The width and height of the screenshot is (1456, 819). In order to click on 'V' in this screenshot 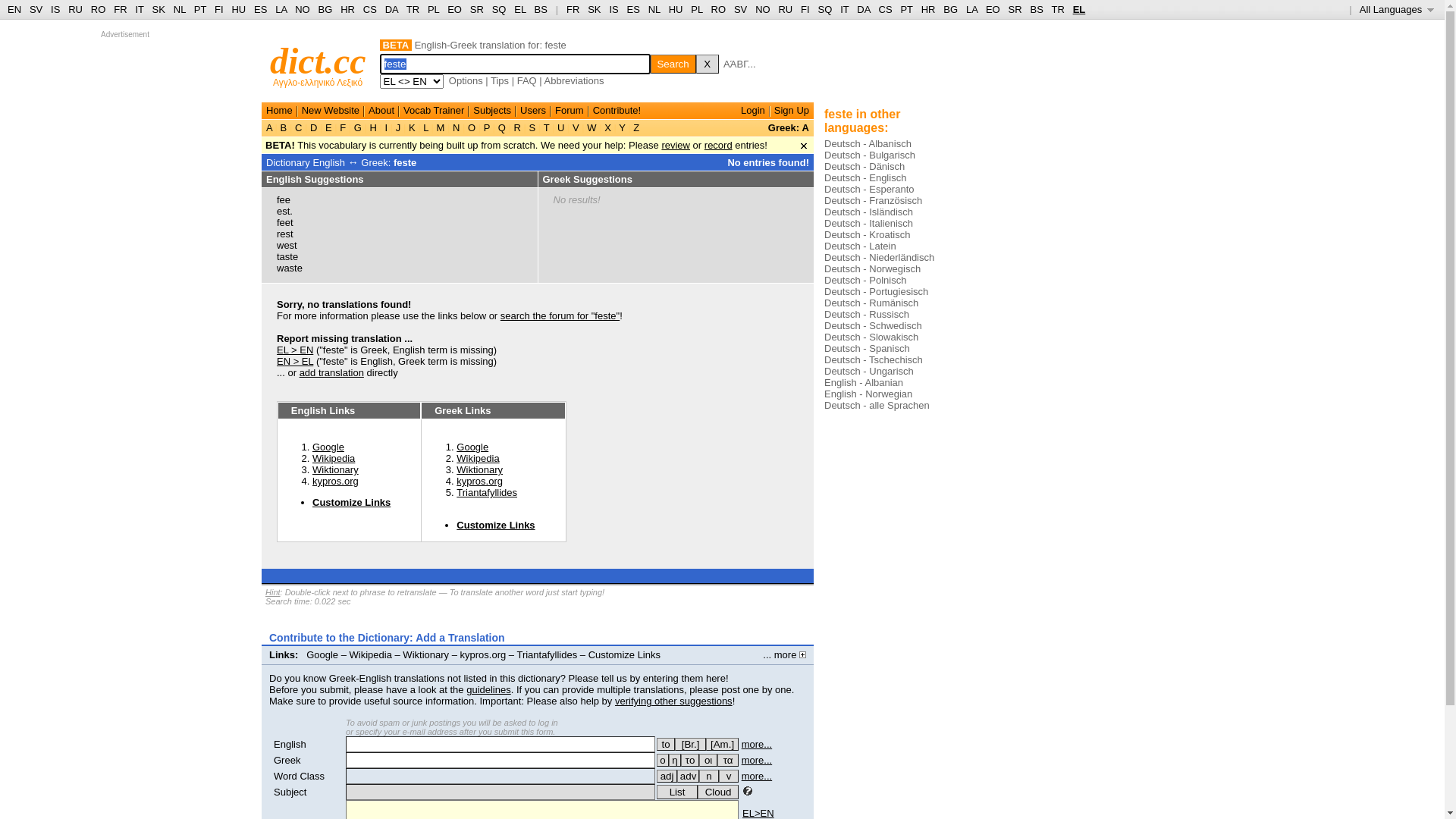, I will do `click(574, 127)`.